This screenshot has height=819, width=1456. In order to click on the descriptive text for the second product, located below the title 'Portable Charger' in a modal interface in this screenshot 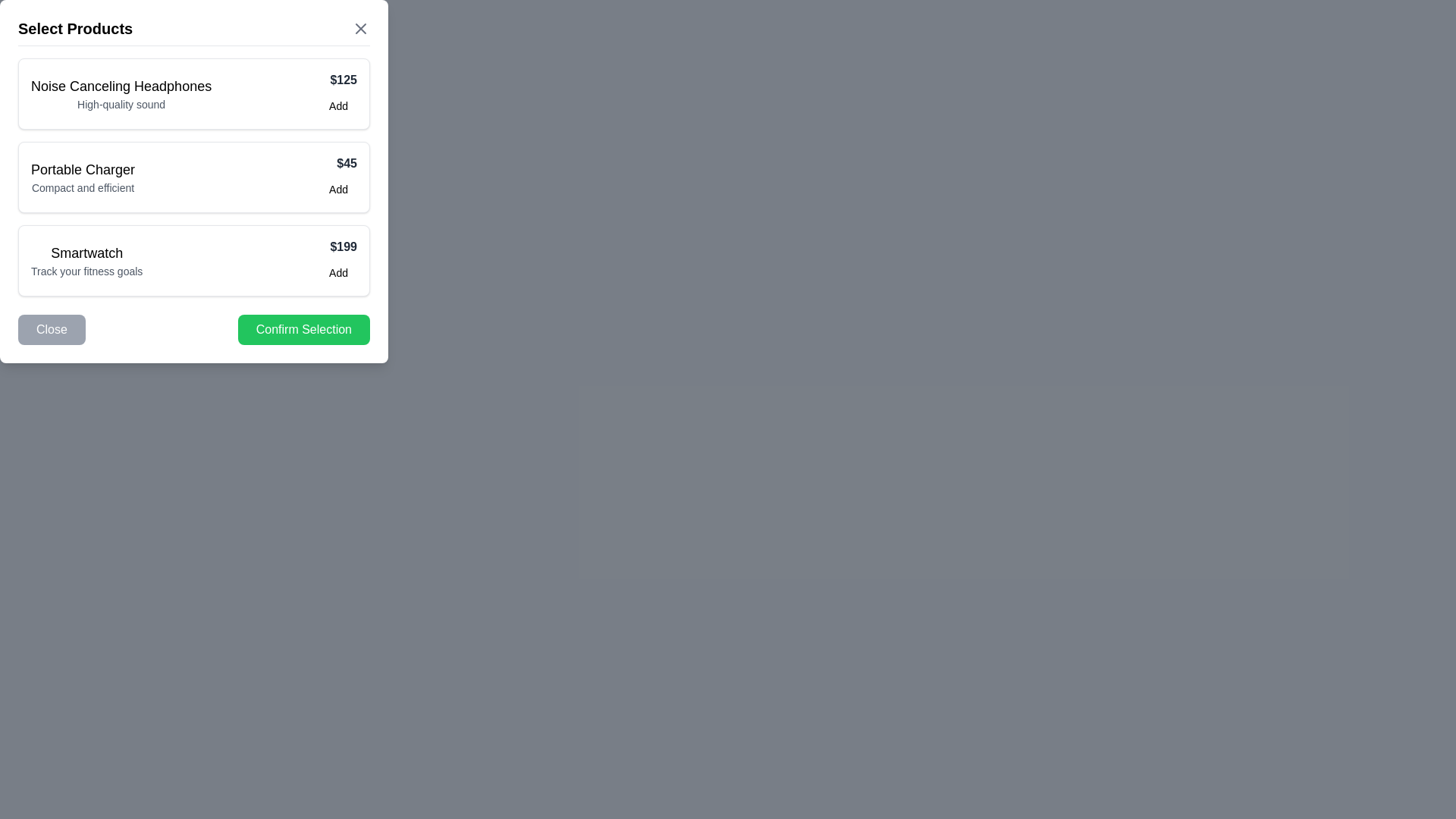, I will do `click(82, 187)`.